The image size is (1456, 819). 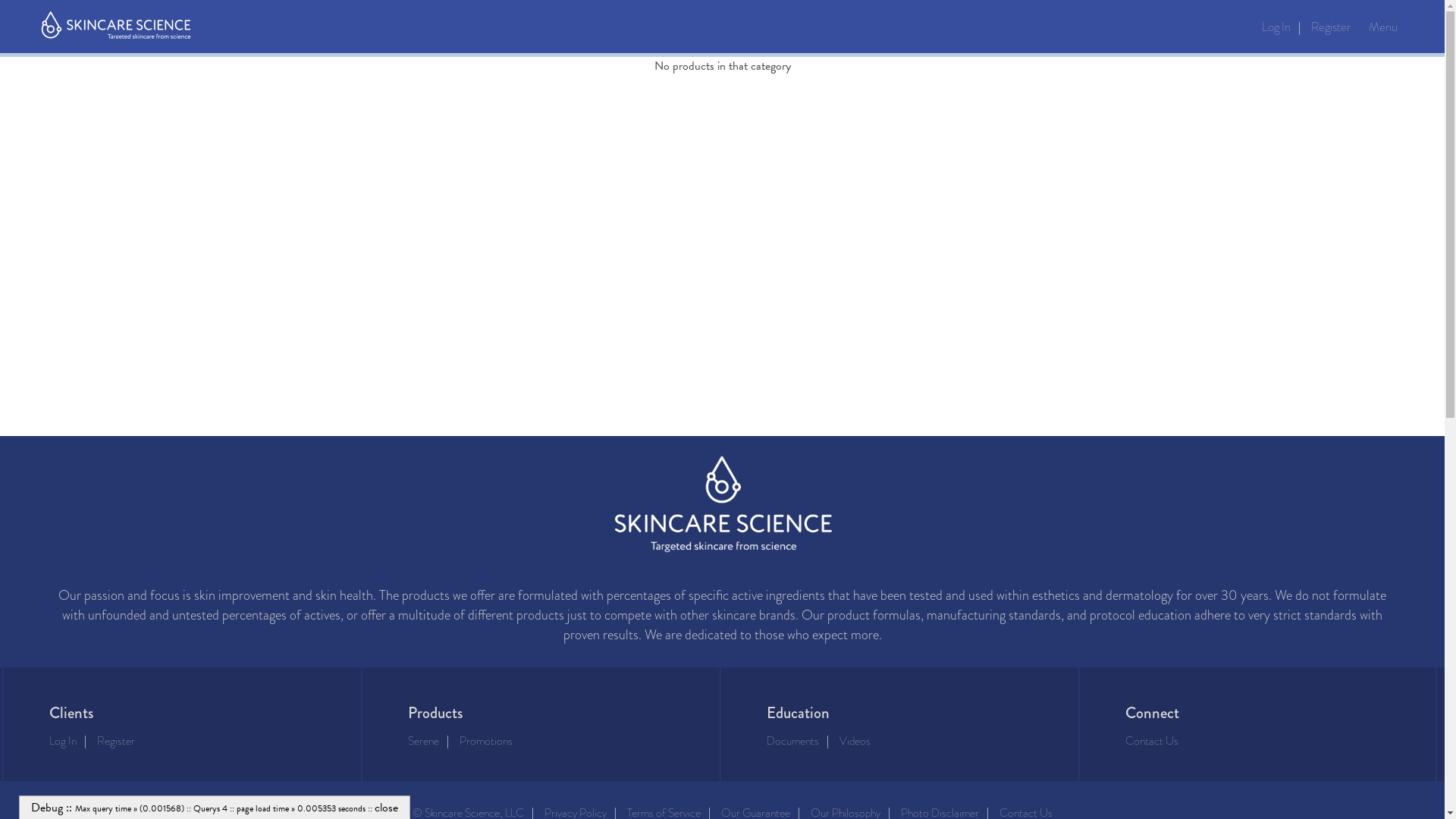 I want to click on 'Videos', so click(x=854, y=739).